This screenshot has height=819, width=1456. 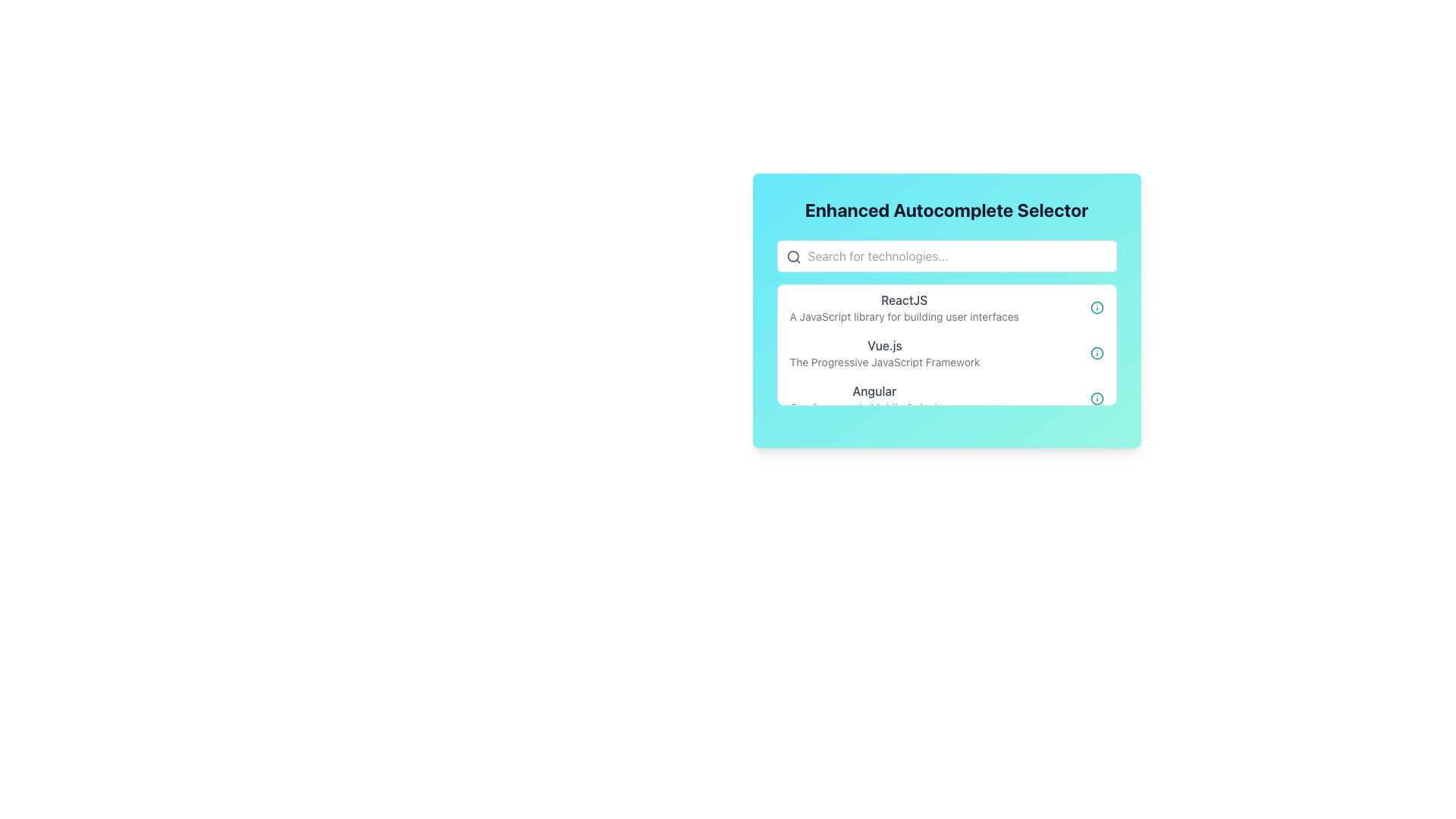 I want to click on the first list item labeled 'ReactJS' in the dropdown menu, so click(x=904, y=307).